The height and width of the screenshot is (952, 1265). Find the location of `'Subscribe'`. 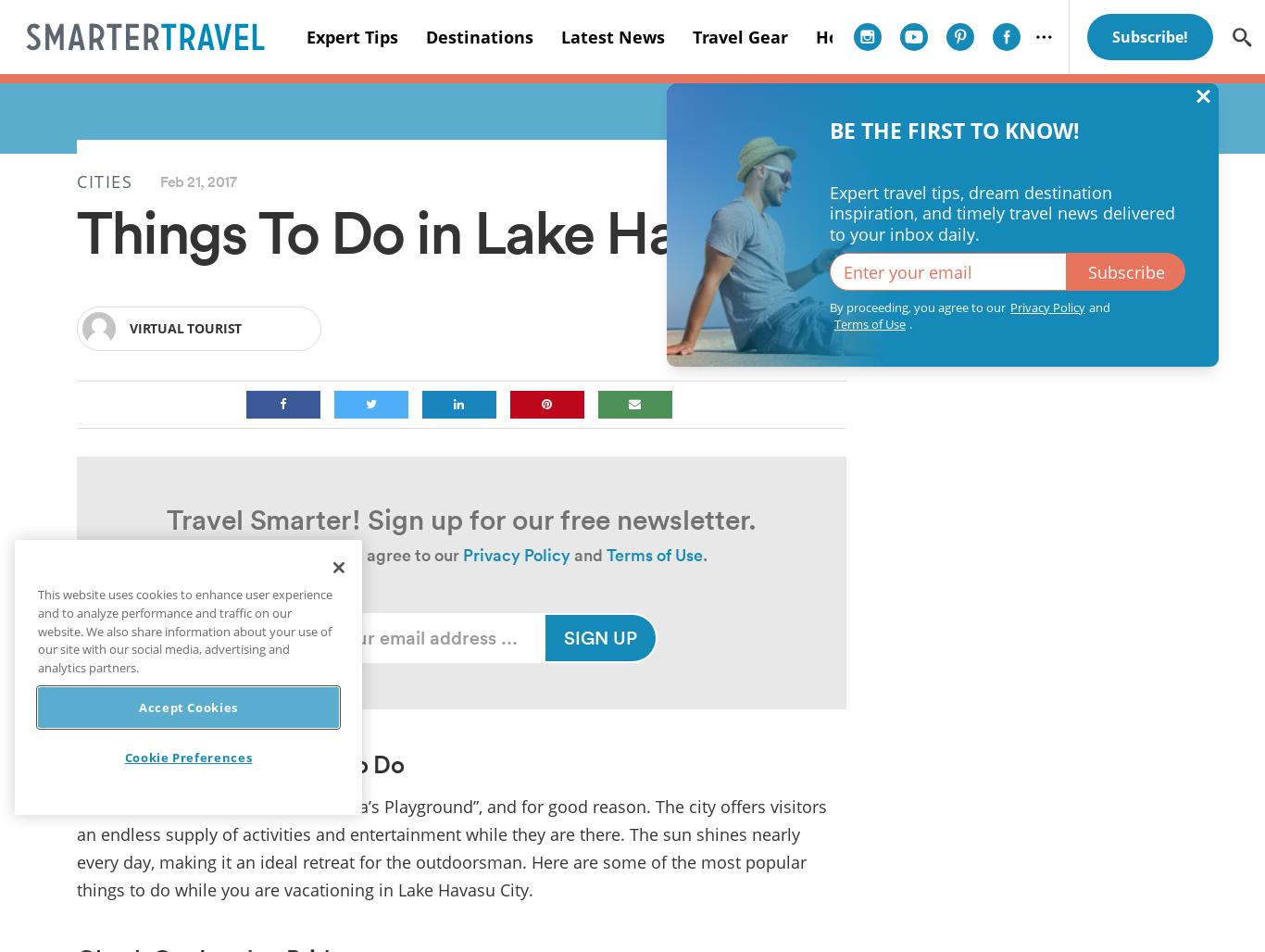

'Subscribe' is located at coordinates (1125, 270).